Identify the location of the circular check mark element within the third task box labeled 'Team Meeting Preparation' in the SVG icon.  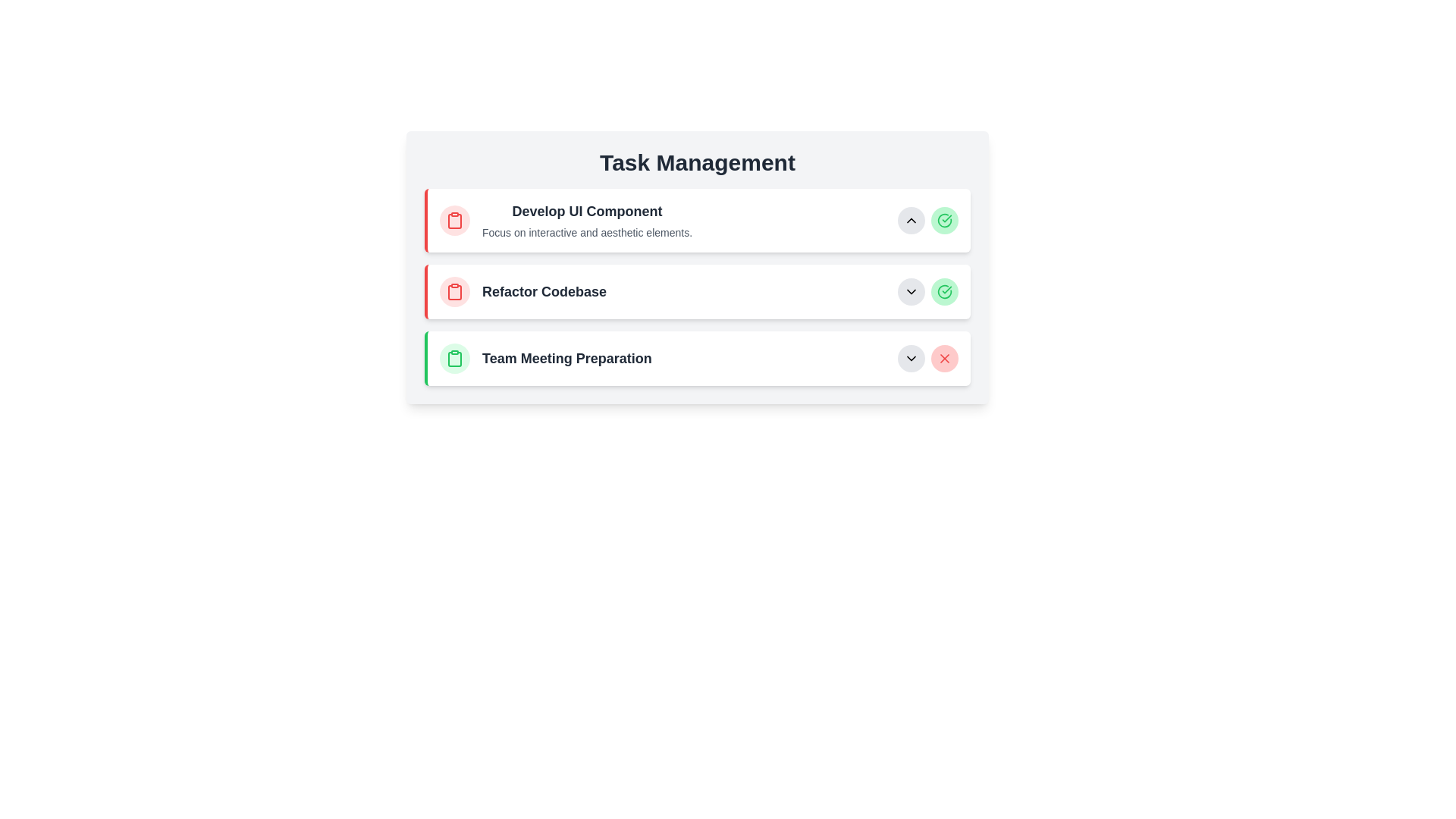
(944, 292).